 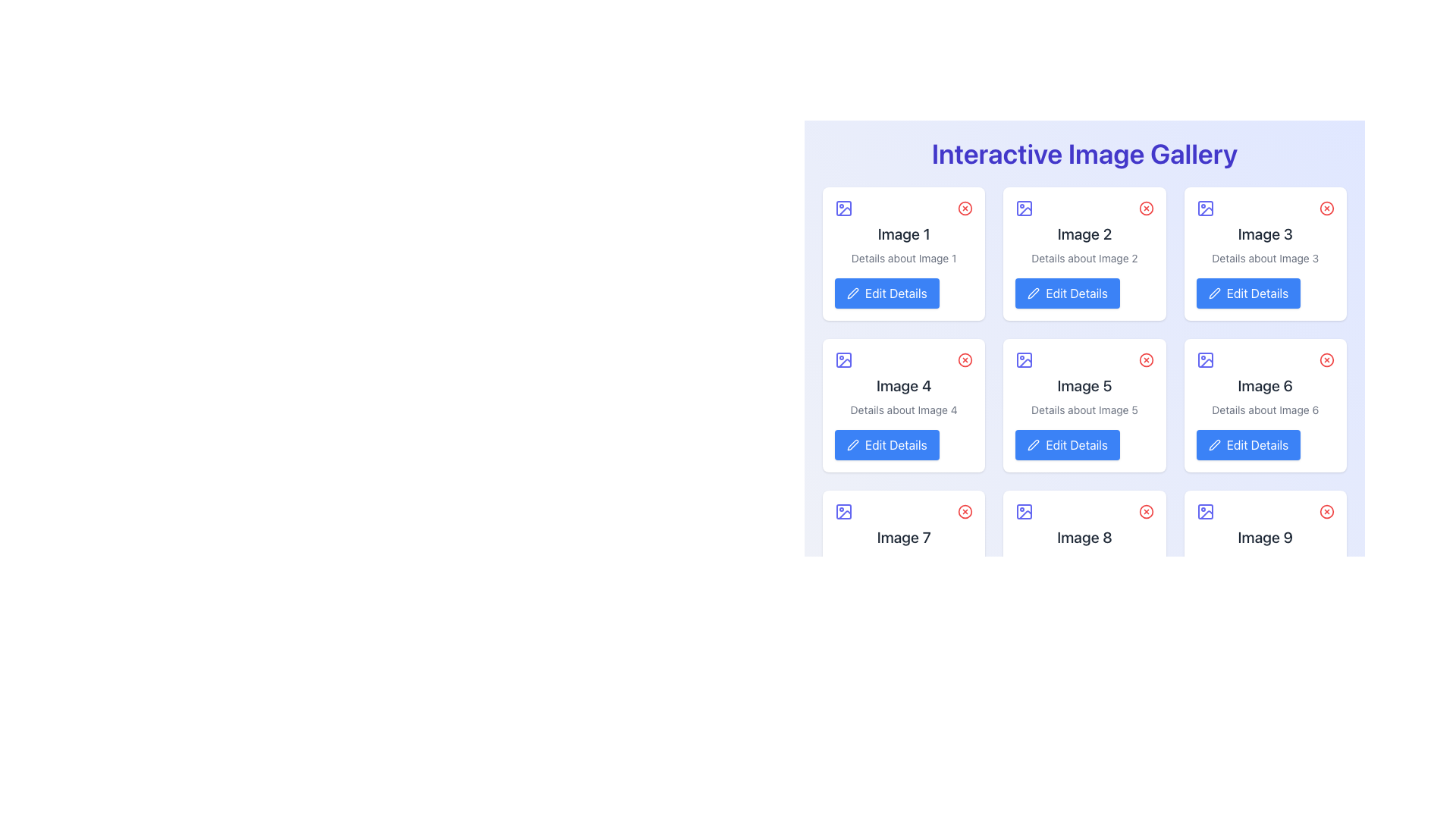 I want to click on the text label displaying 'Image 2' which has a larger font size and dark gray color, located in the card labeled 'Image 2', so click(x=1084, y=234).